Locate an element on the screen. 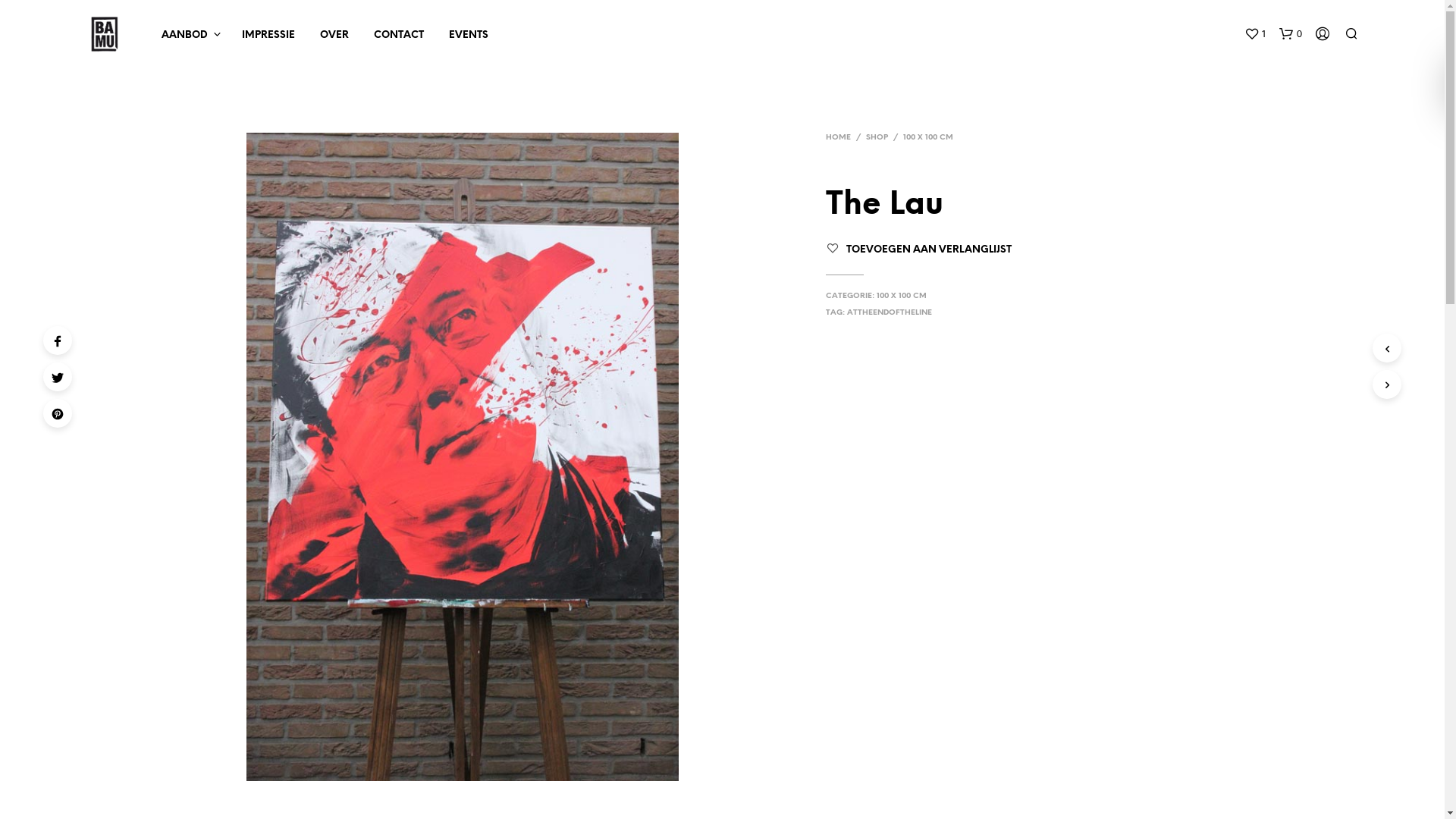  'SHOP' is located at coordinates (877, 137).